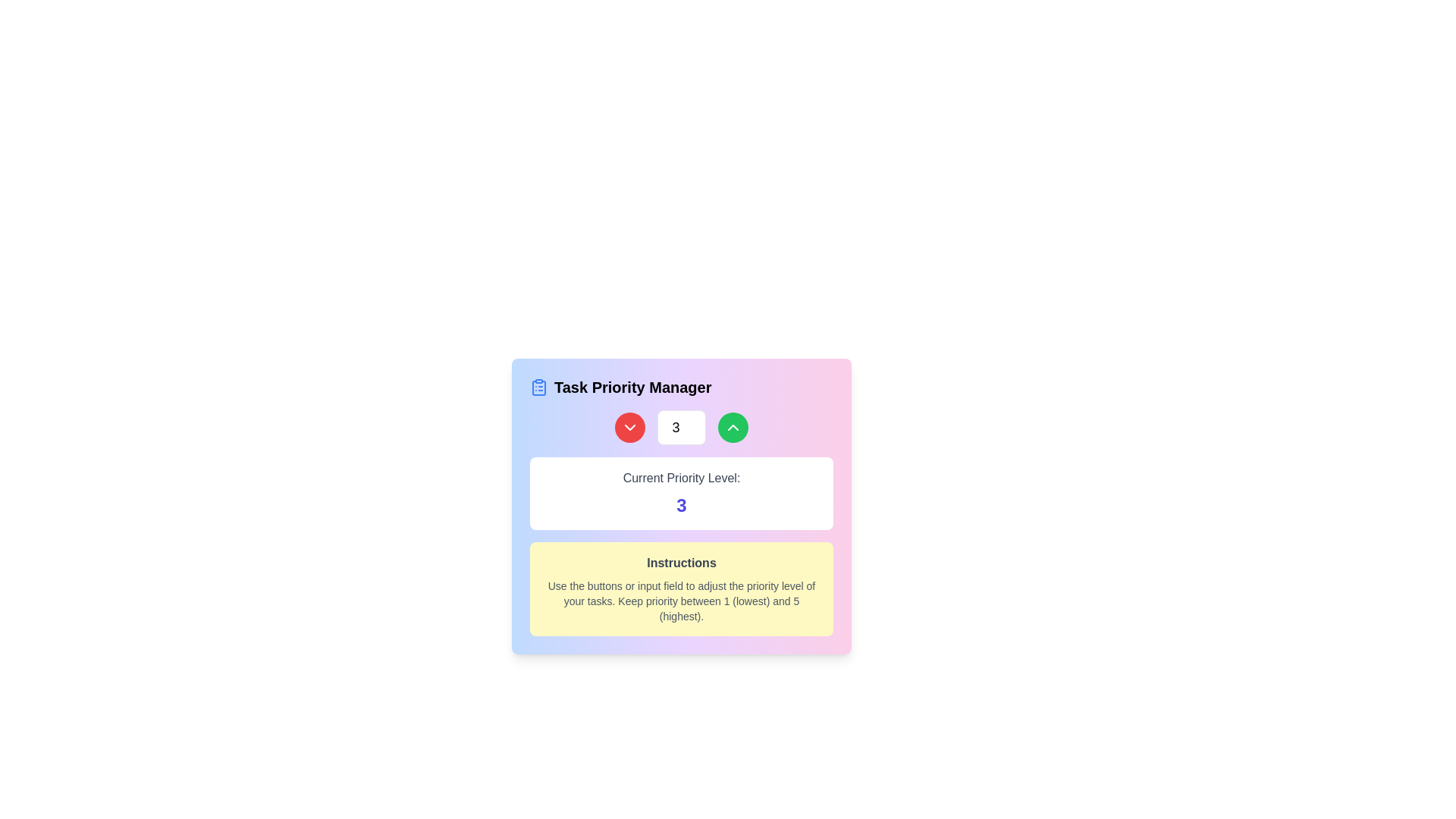  I want to click on the green circular button with an upward-facing chevron icon in the top row of the interface, so click(733, 427).